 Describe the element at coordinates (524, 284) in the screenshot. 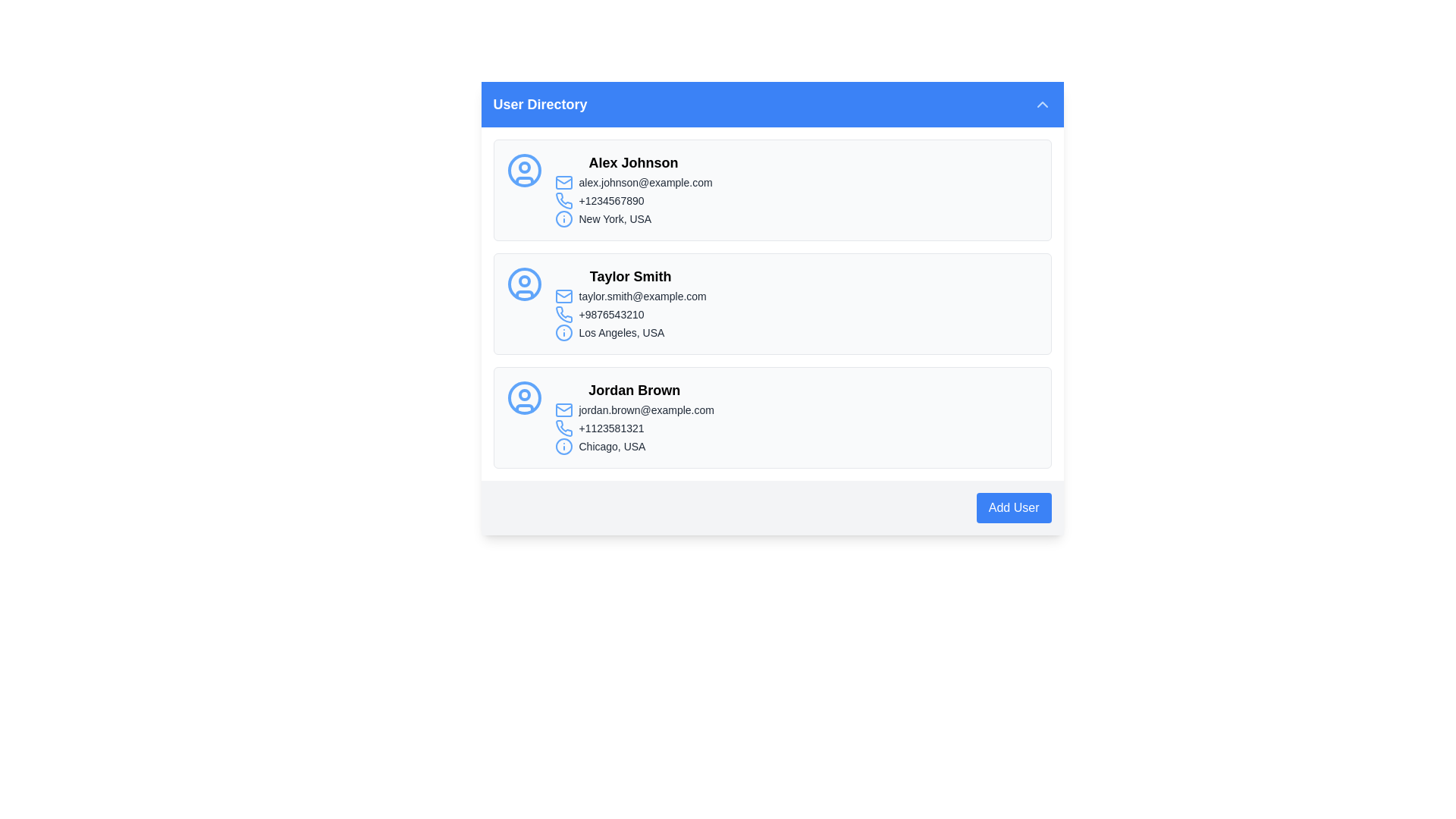

I see `the outermost circular graphical decorative element of the user profile icon for 'Taylor Smith', which is centered within the blue user outline design` at that location.